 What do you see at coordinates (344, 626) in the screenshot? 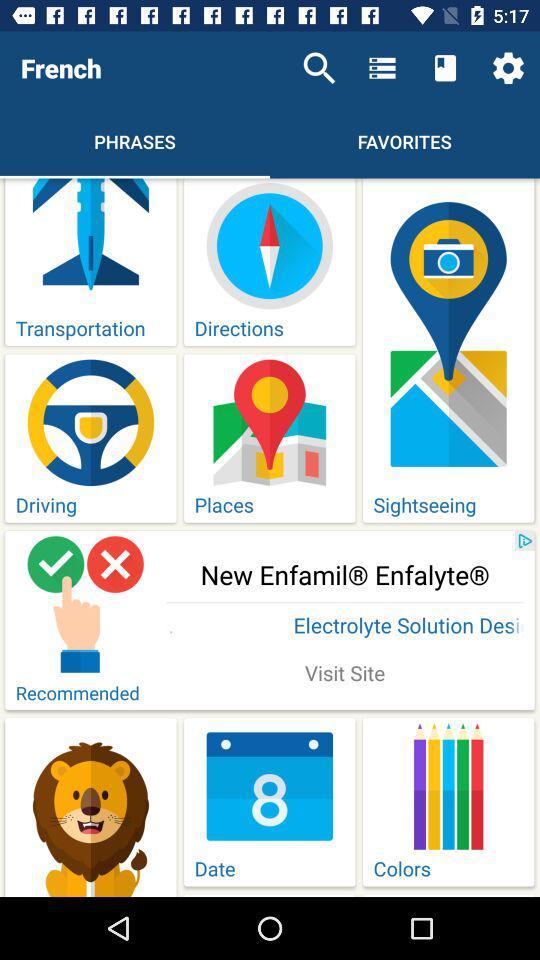
I see `the icon above visit site icon` at bounding box center [344, 626].